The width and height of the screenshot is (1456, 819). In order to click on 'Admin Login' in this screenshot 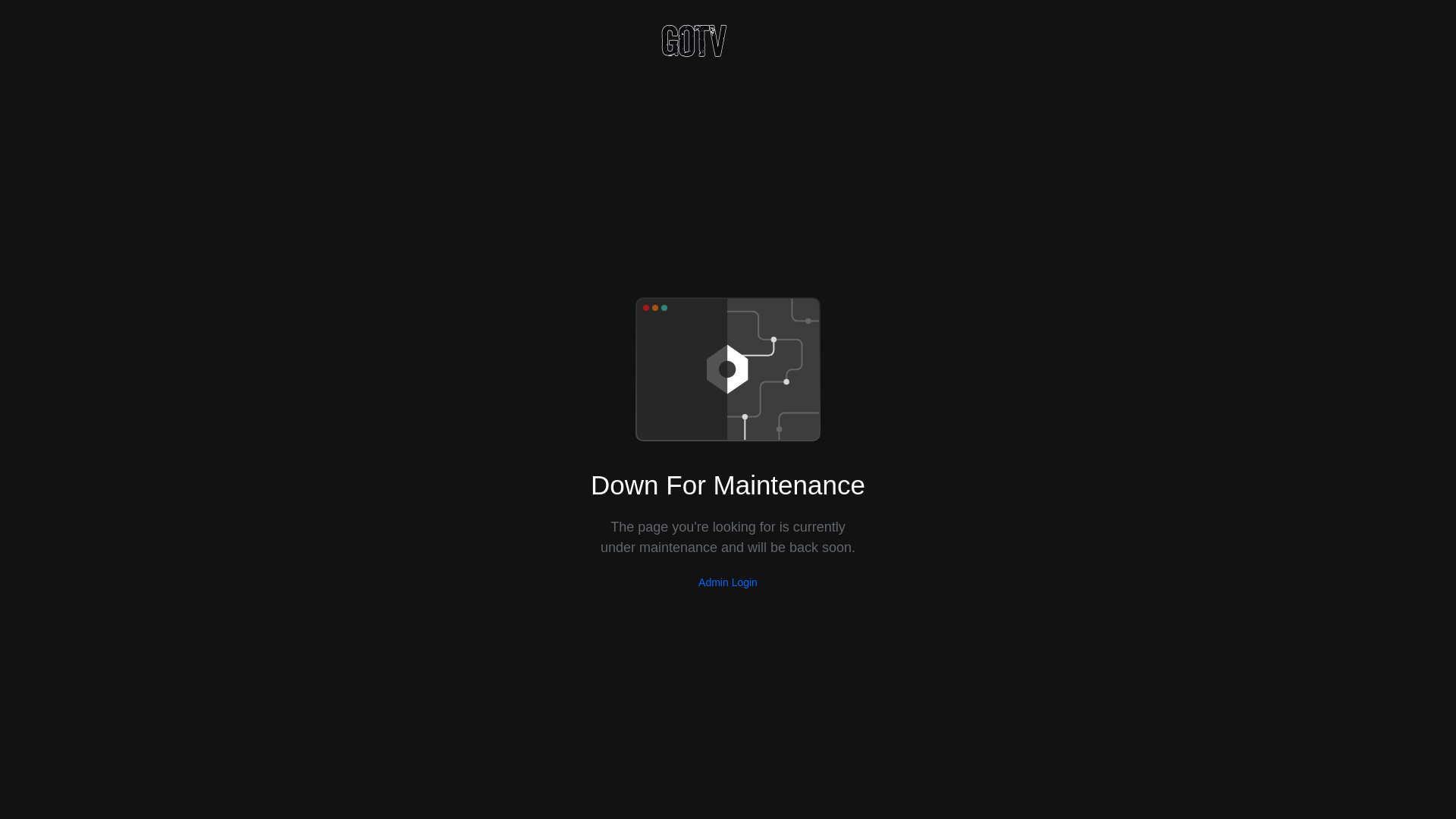, I will do `click(728, 581)`.